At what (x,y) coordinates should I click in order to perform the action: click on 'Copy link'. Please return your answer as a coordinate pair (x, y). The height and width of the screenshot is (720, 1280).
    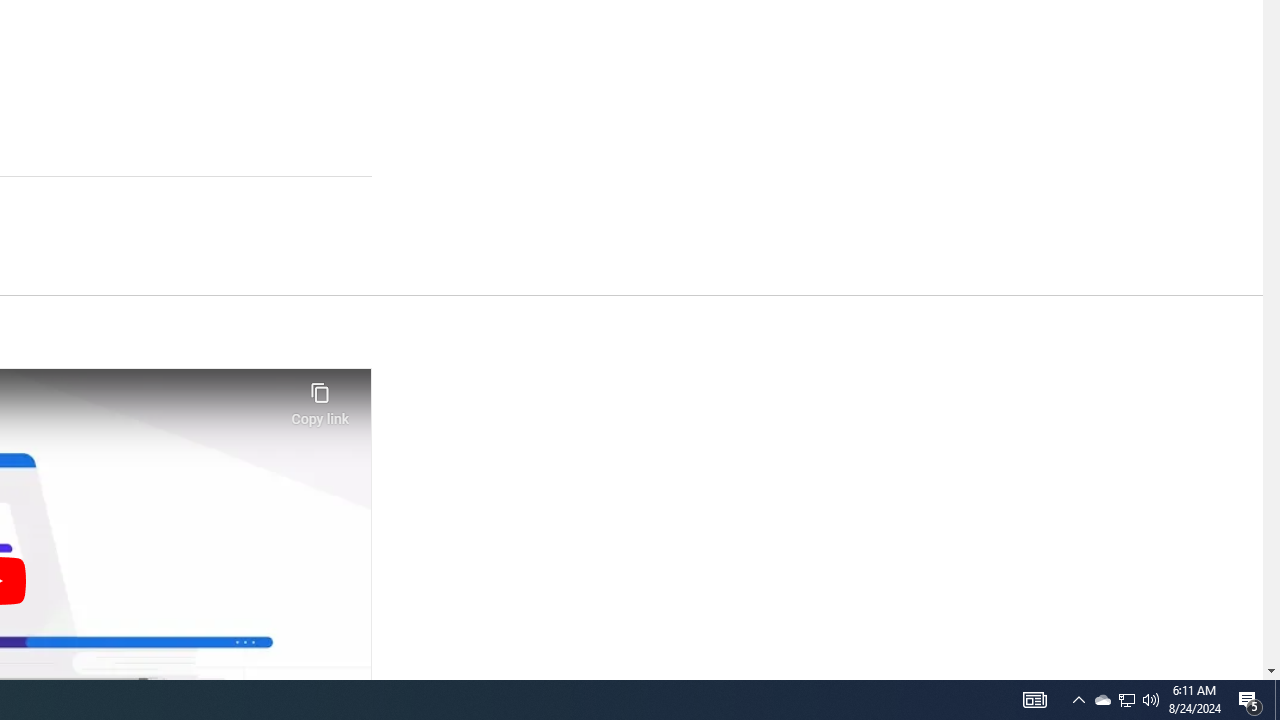
    Looking at the image, I should click on (320, 398).